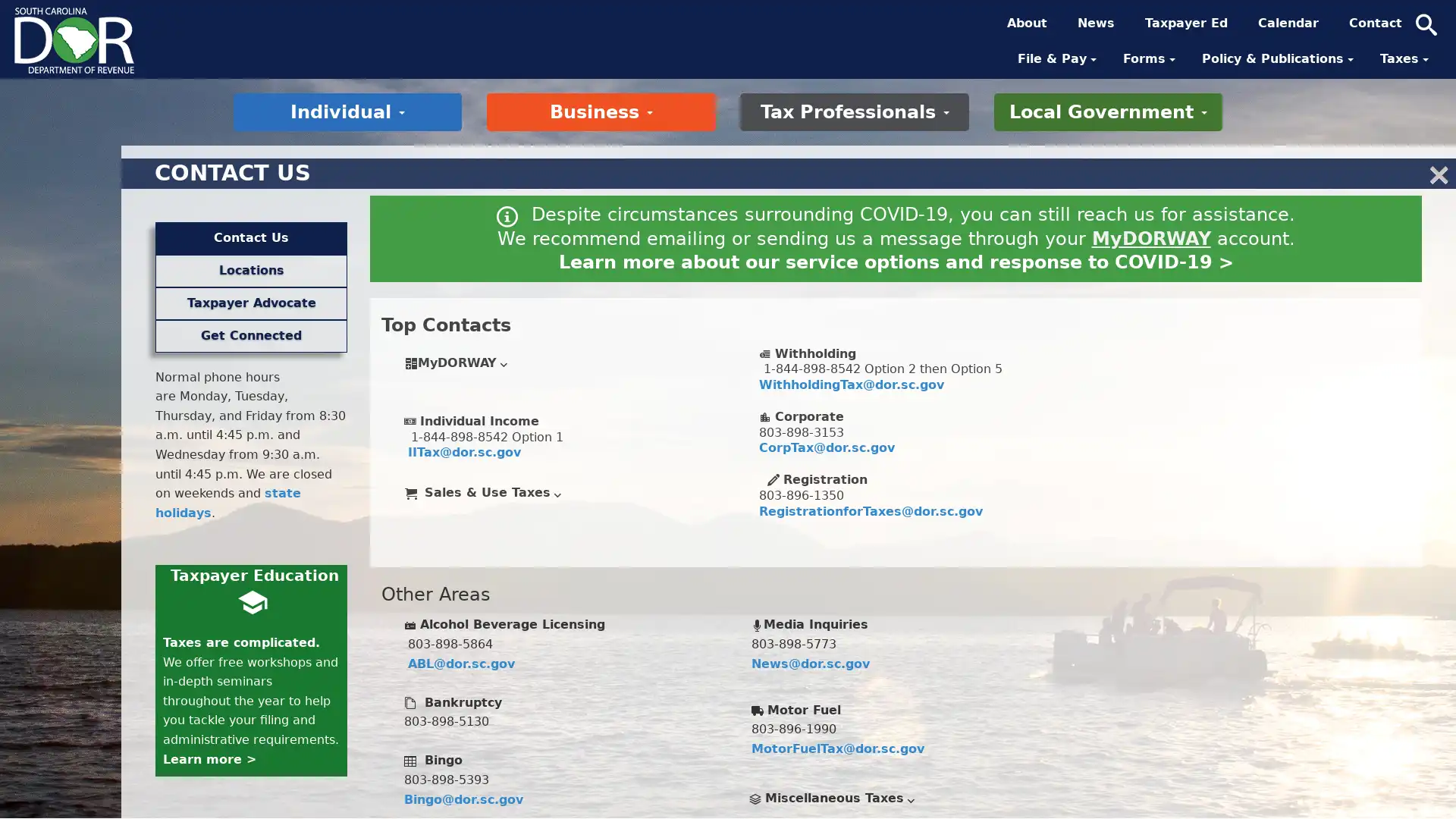  What do you see at coordinates (1150, 58) in the screenshot?
I see `Forms` at bounding box center [1150, 58].